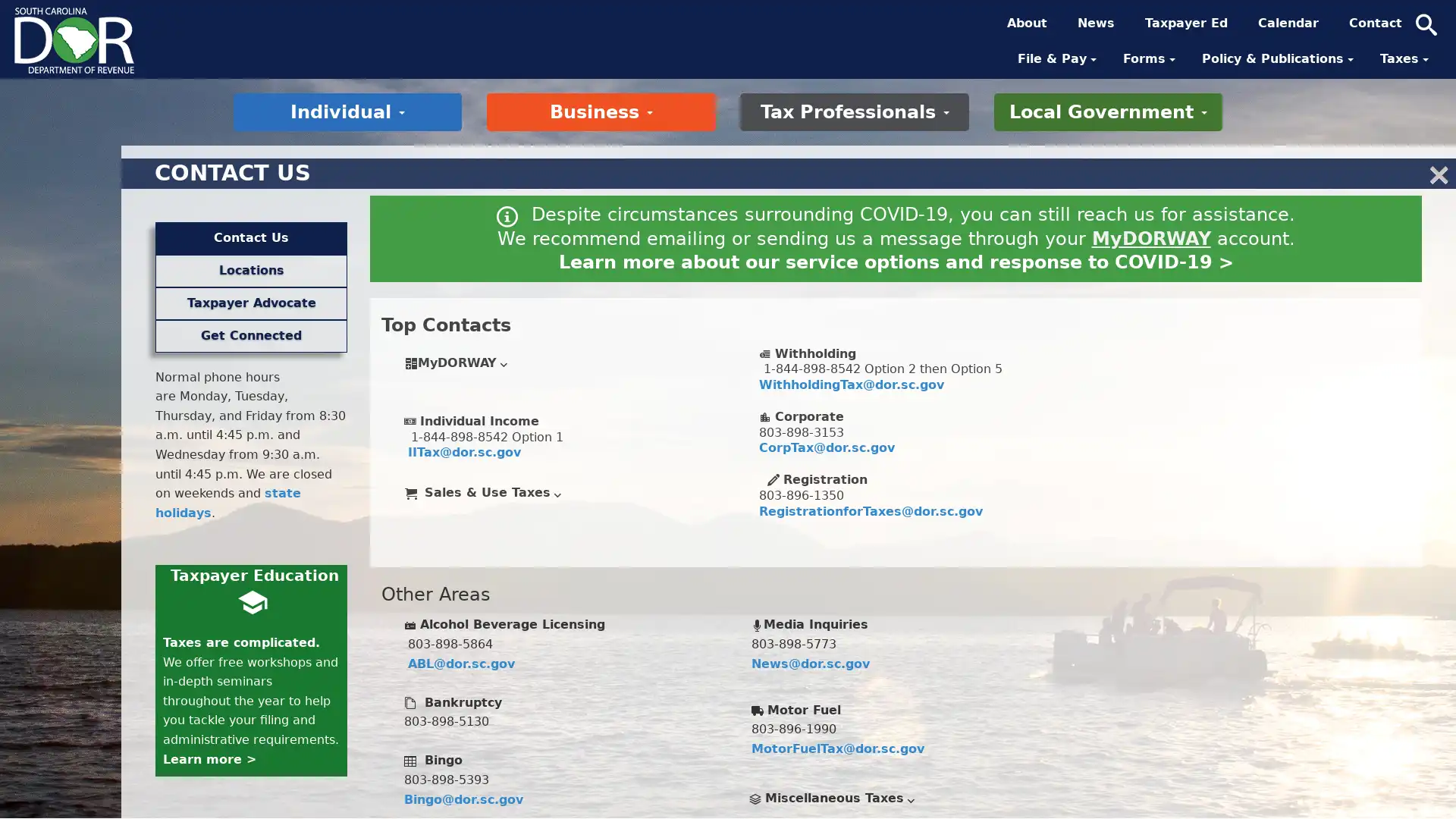  What do you see at coordinates (1150, 58) in the screenshot?
I see `Forms` at bounding box center [1150, 58].